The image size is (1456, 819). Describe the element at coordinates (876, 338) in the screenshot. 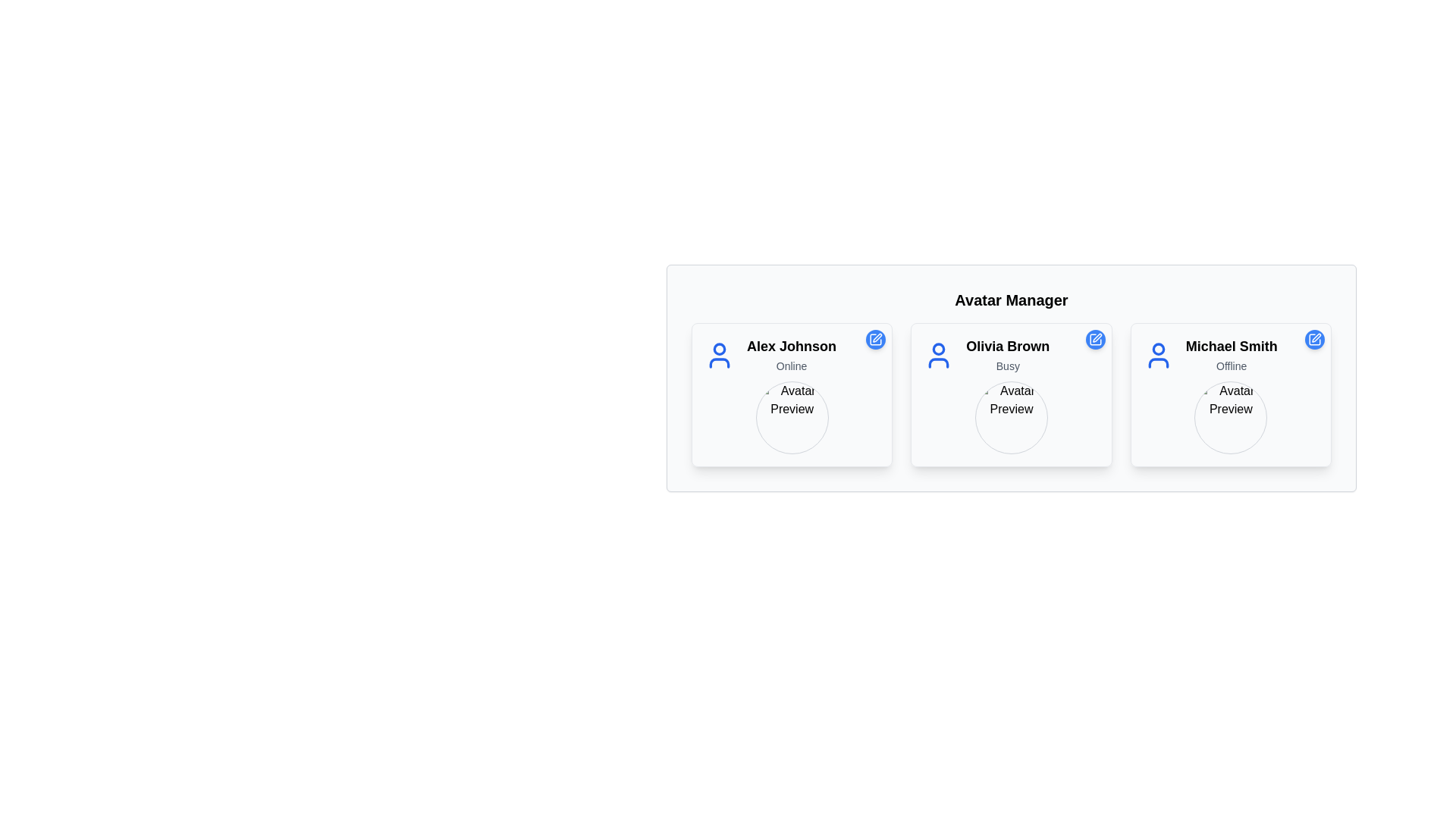

I see `the blue circular edit button with a white pen icon located at the top-right corner of Alex Johnson's user card` at that location.